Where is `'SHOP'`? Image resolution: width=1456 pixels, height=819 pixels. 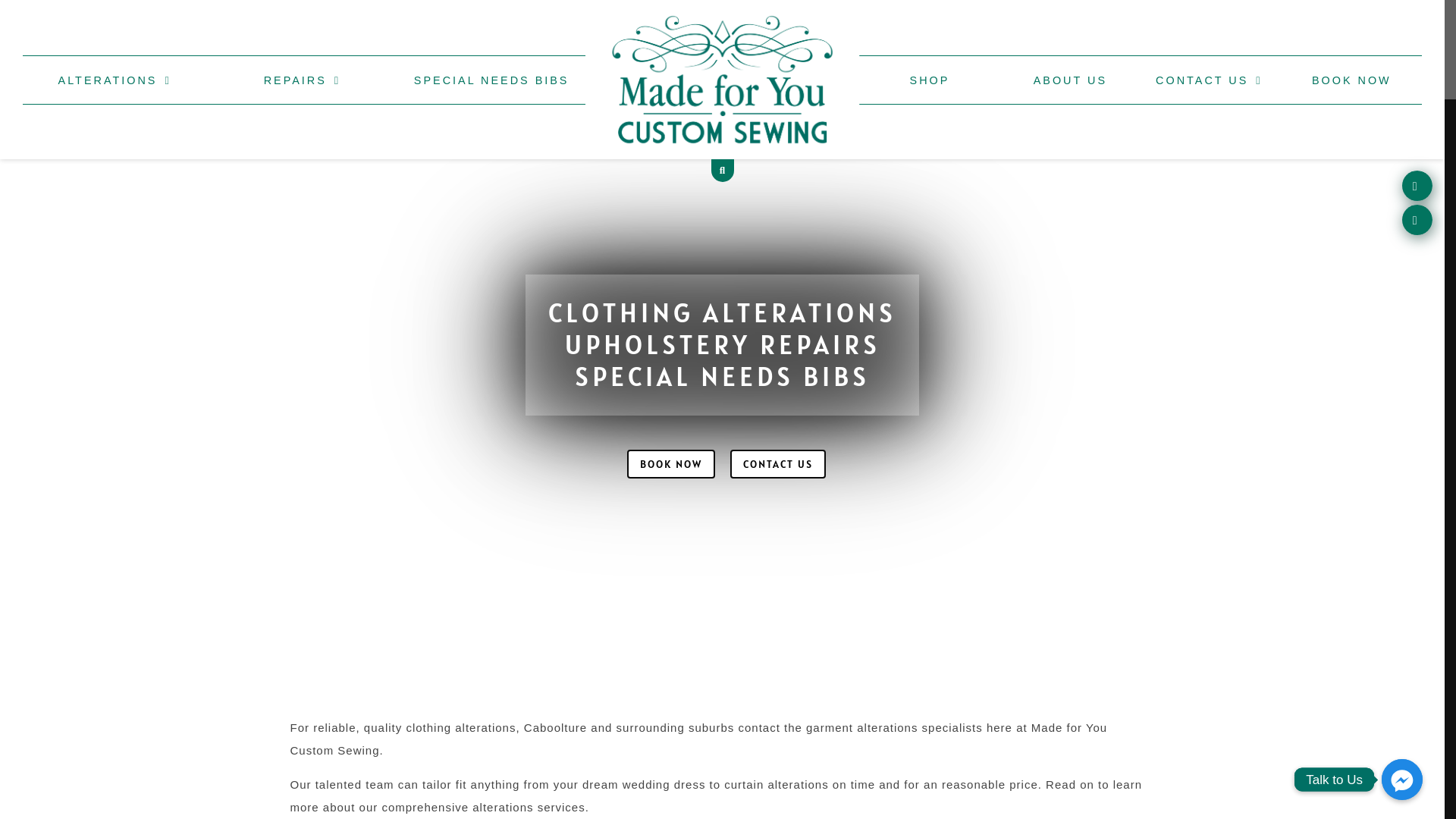
'SHOP' is located at coordinates (928, 79).